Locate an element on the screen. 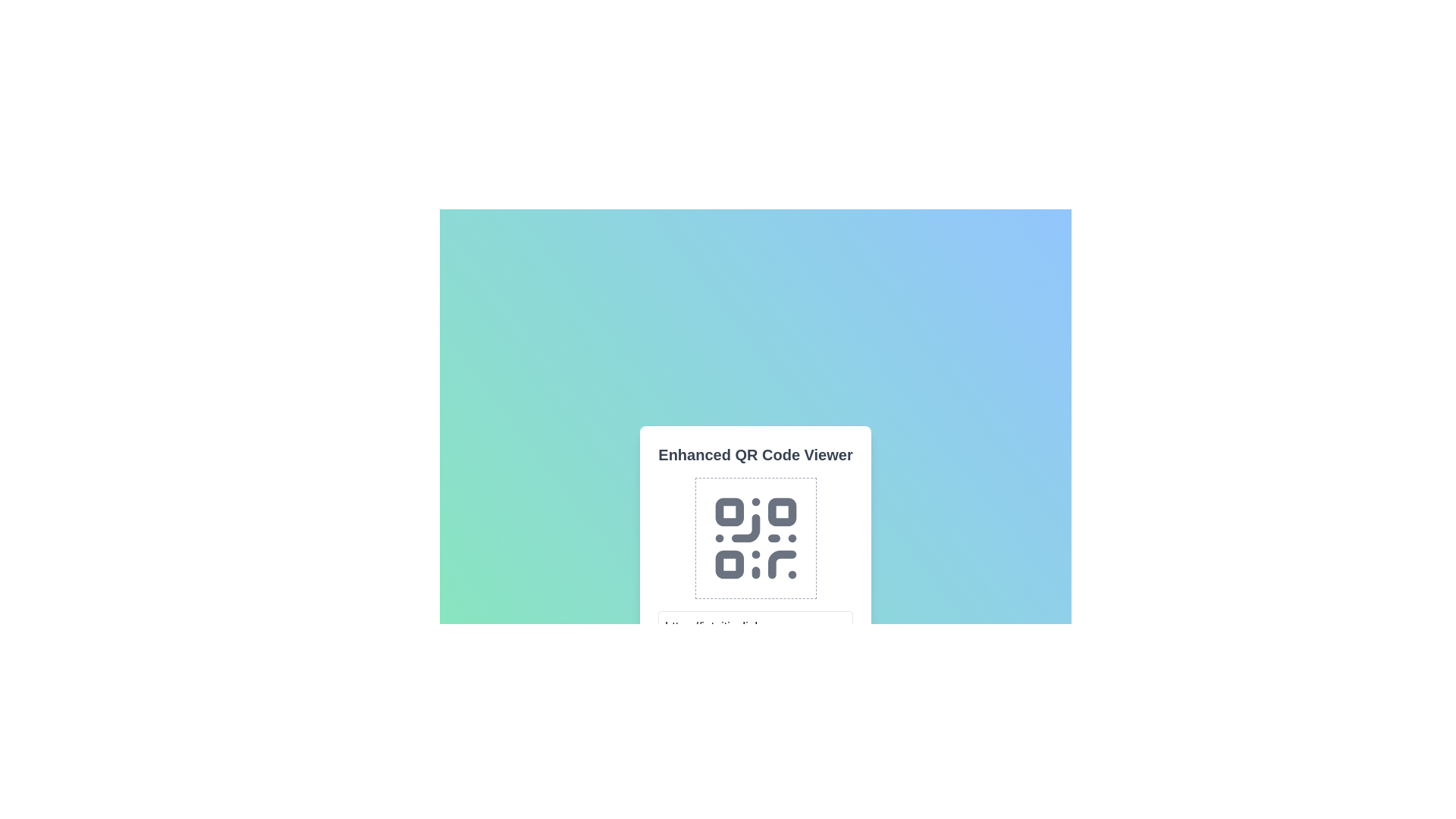 The height and width of the screenshot is (819, 1456). the QR code icon located centrally within the 'Enhanced QR Code Viewer' card-like UI section is located at coordinates (755, 537).